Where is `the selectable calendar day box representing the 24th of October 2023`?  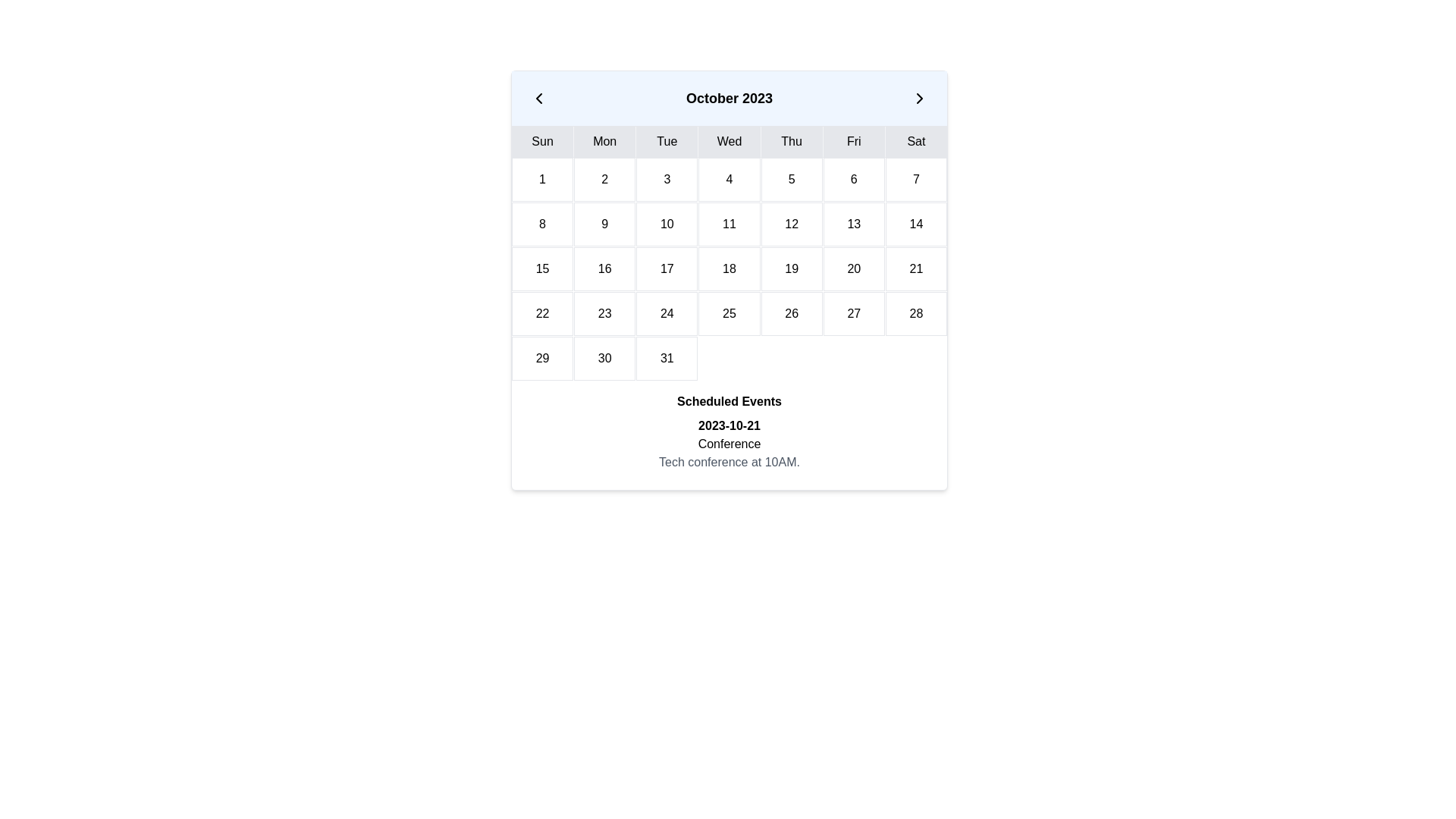 the selectable calendar day box representing the 24th of October 2023 is located at coordinates (667, 312).